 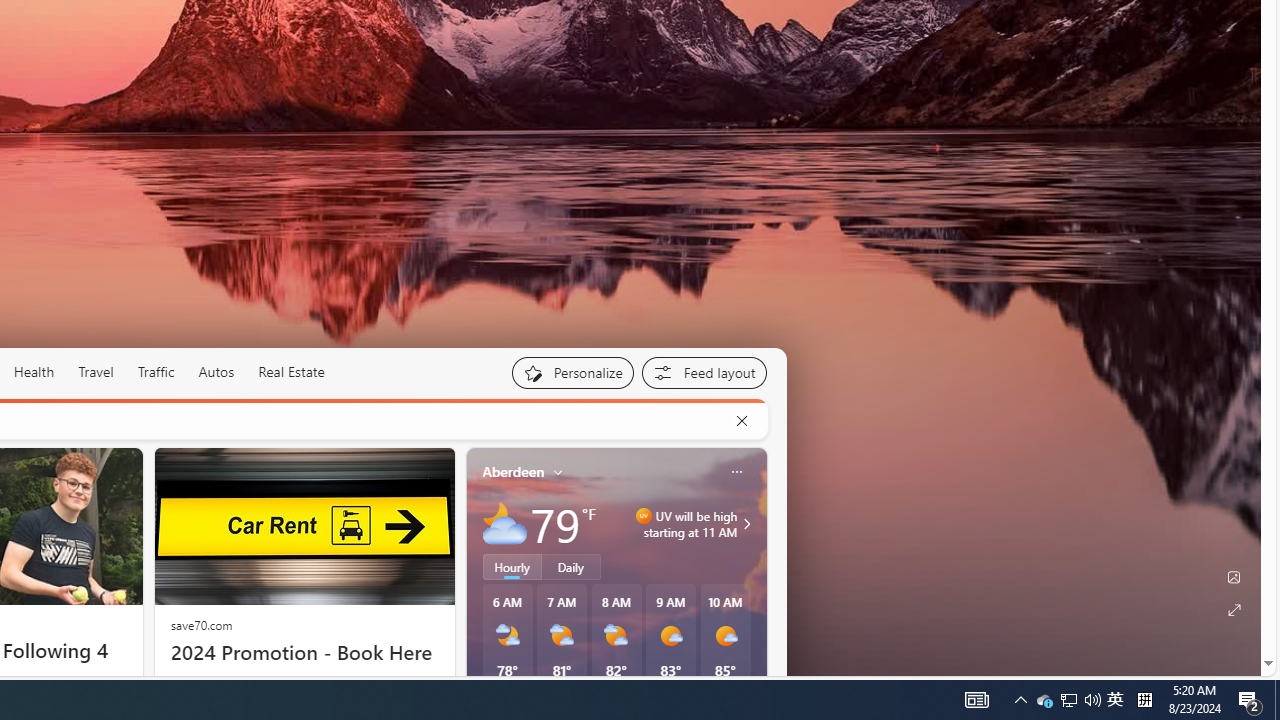 What do you see at coordinates (201, 623) in the screenshot?
I see `'save70.com'` at bounding box center [201, 623].